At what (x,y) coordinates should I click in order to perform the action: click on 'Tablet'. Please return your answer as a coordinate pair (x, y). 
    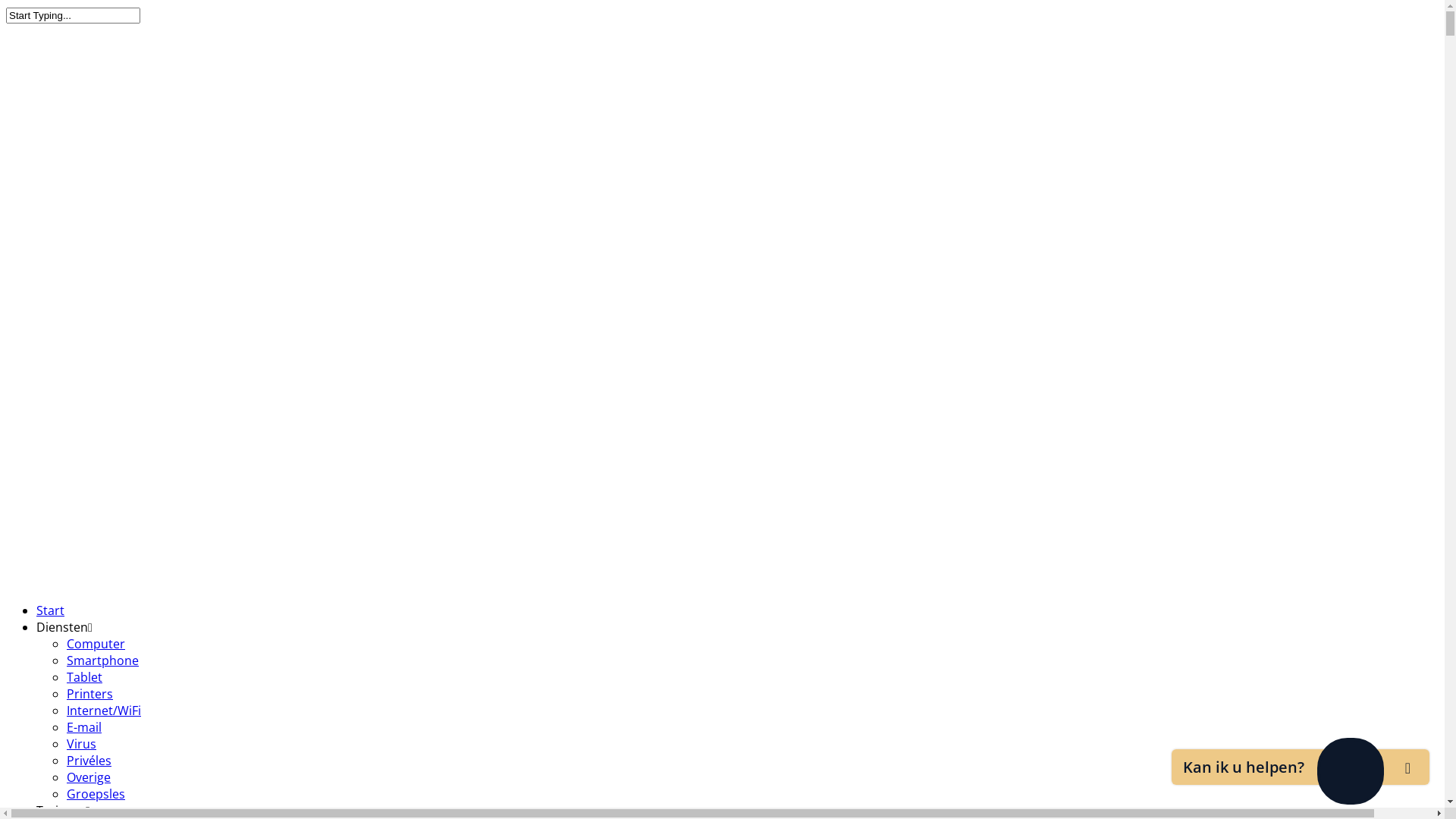
    Looking at the image, I should click on (65, 676).